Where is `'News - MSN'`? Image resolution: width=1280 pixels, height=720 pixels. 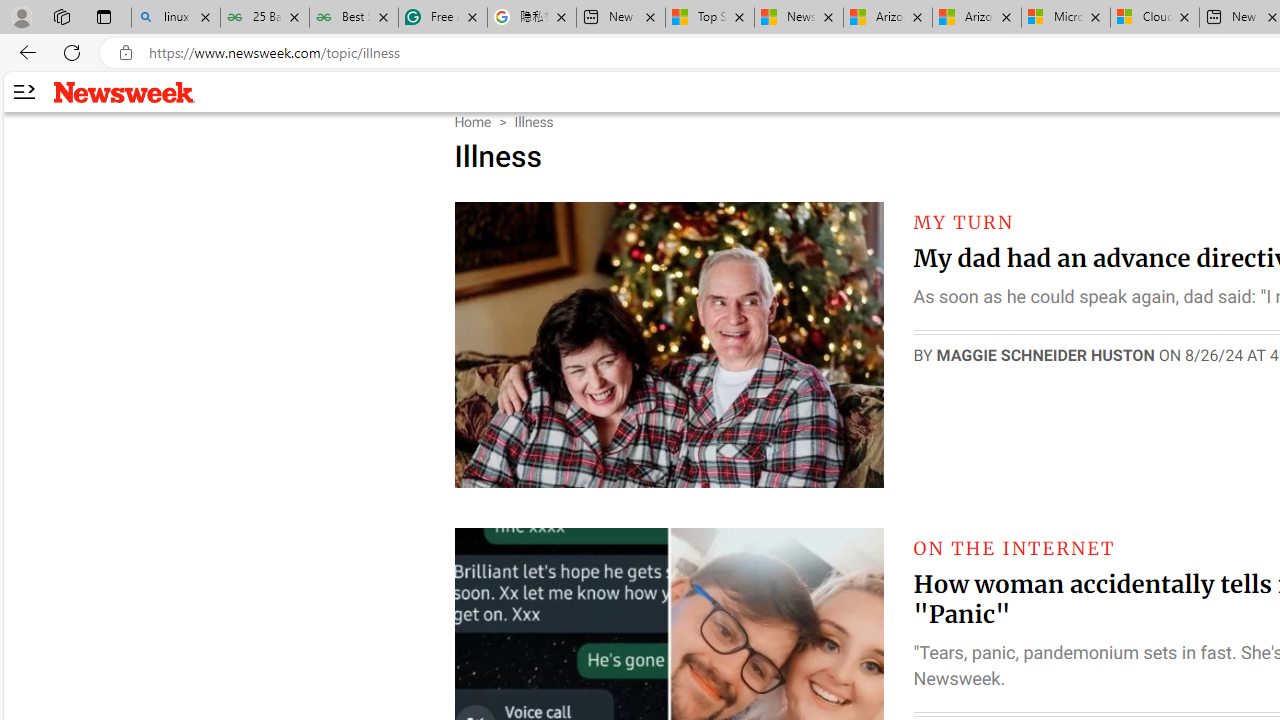
'News - MSN' is located at coordinates (798, 17).